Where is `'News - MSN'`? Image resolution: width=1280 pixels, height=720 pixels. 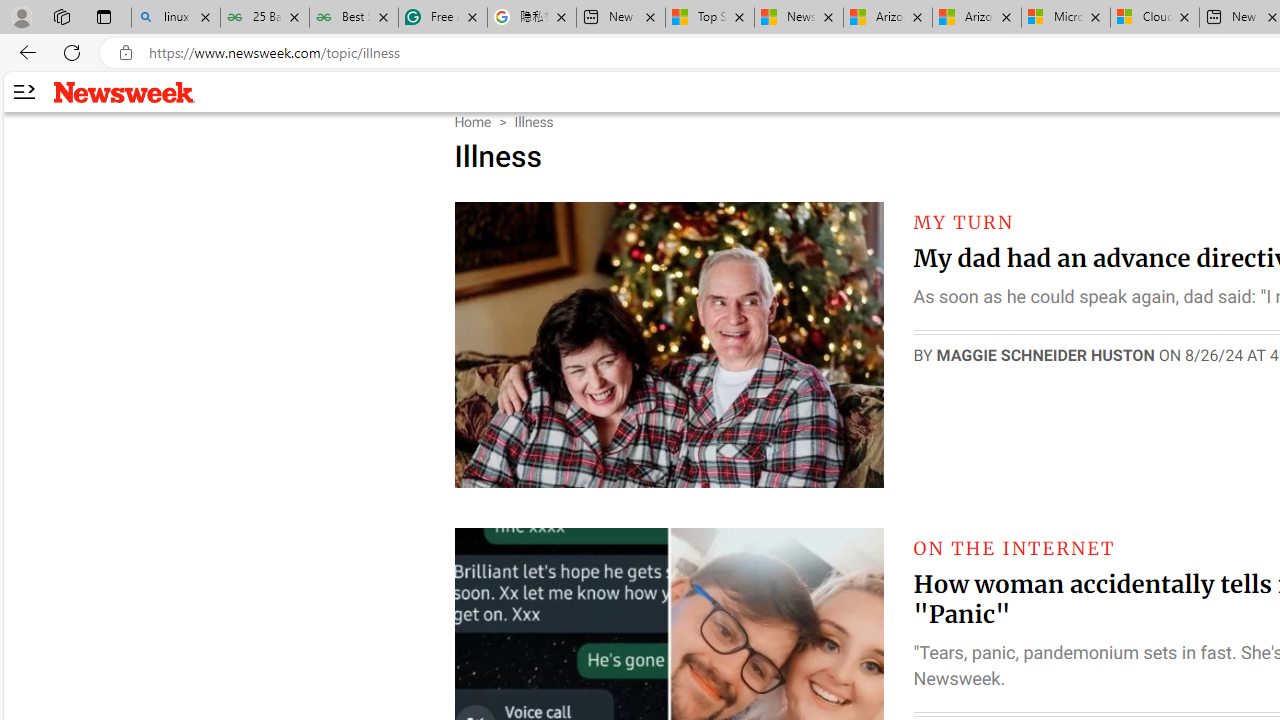
'News - MSN' is located at coordinates (798, 17).